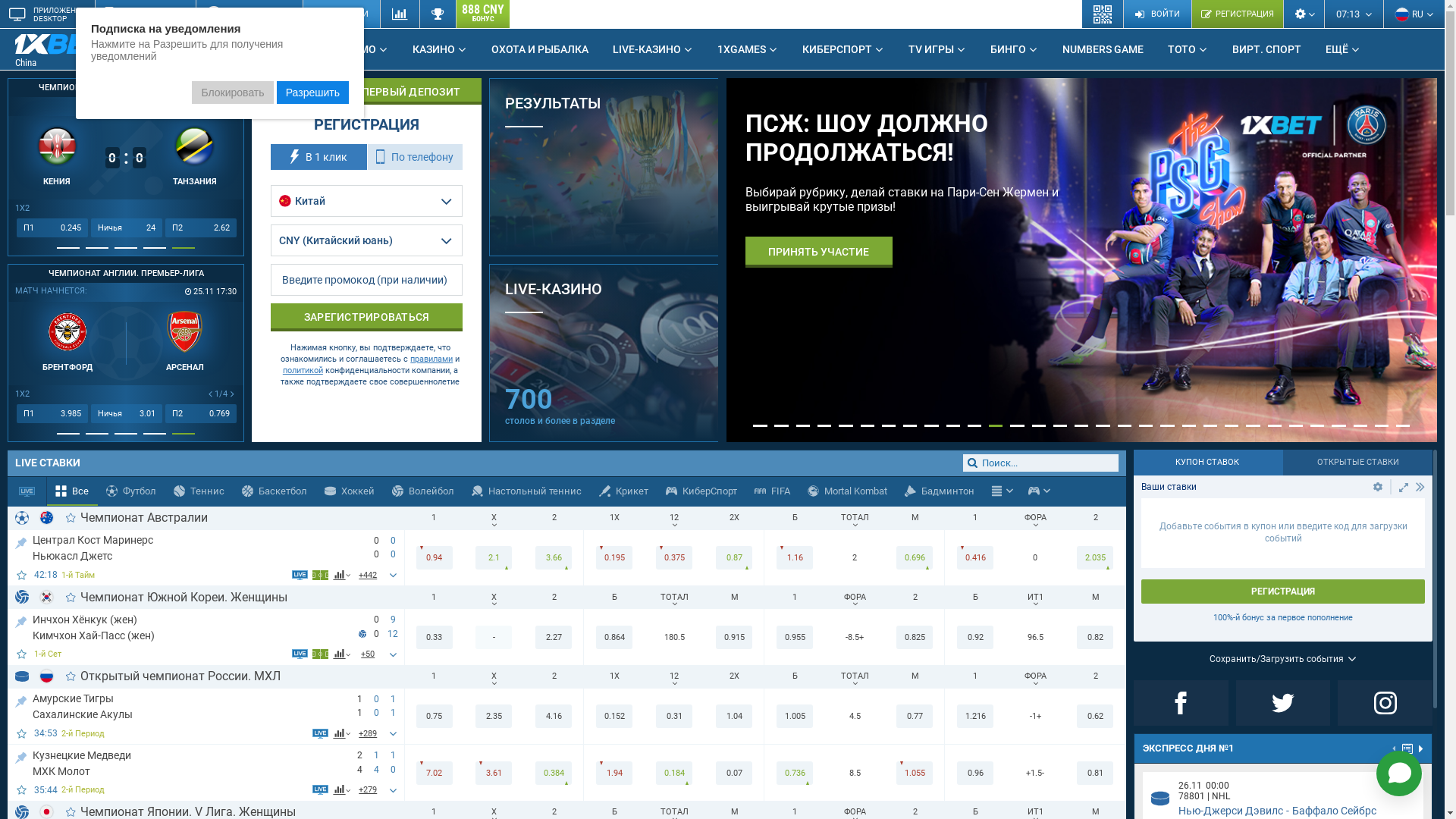 The image size is (1456, 819). Describe the element at coordinates (368, 575) in the screenshot. I see `'+438'` at that location.